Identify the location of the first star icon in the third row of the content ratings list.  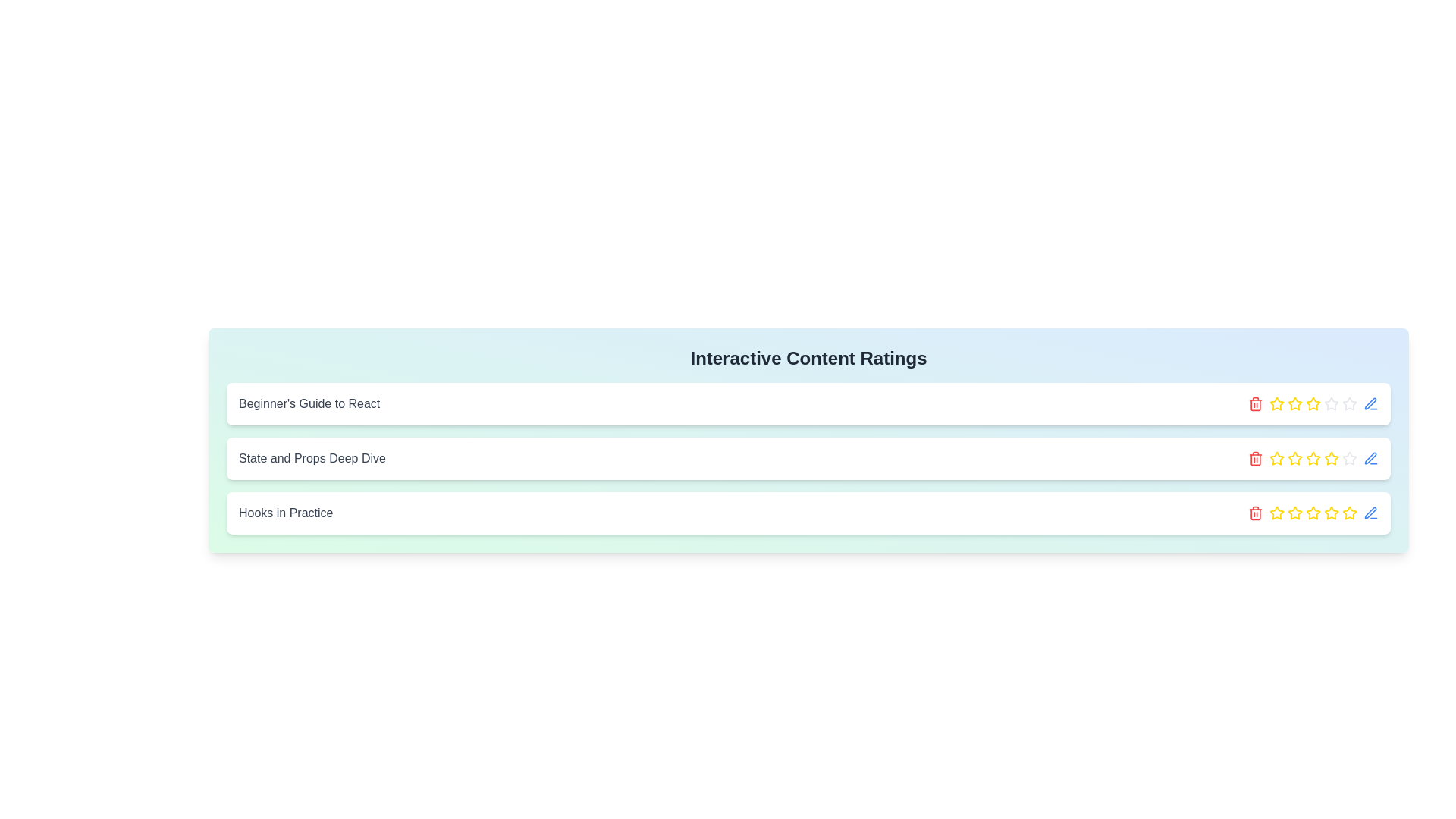
(1276, 458).